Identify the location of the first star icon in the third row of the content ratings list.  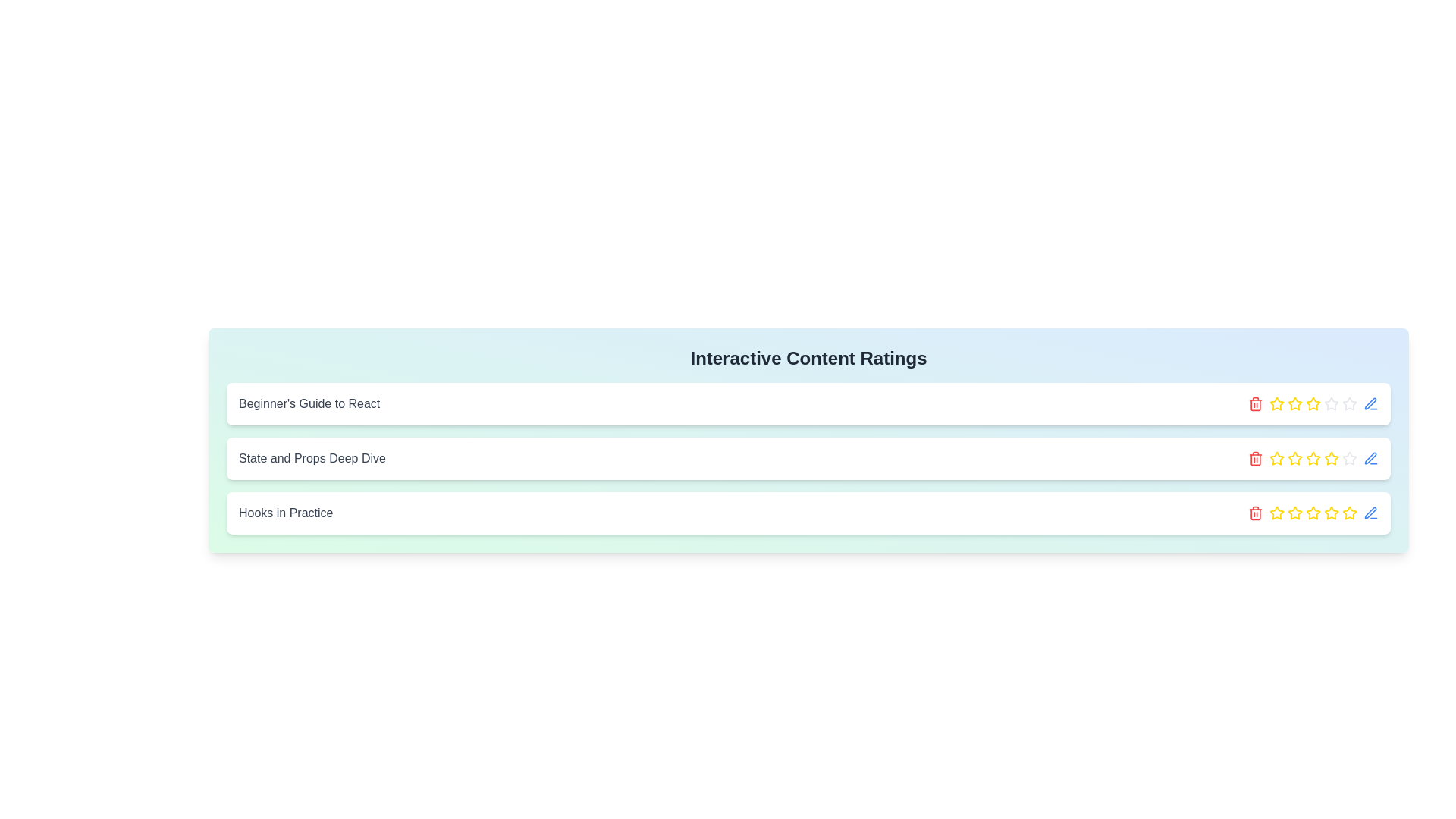
(1276, 458).